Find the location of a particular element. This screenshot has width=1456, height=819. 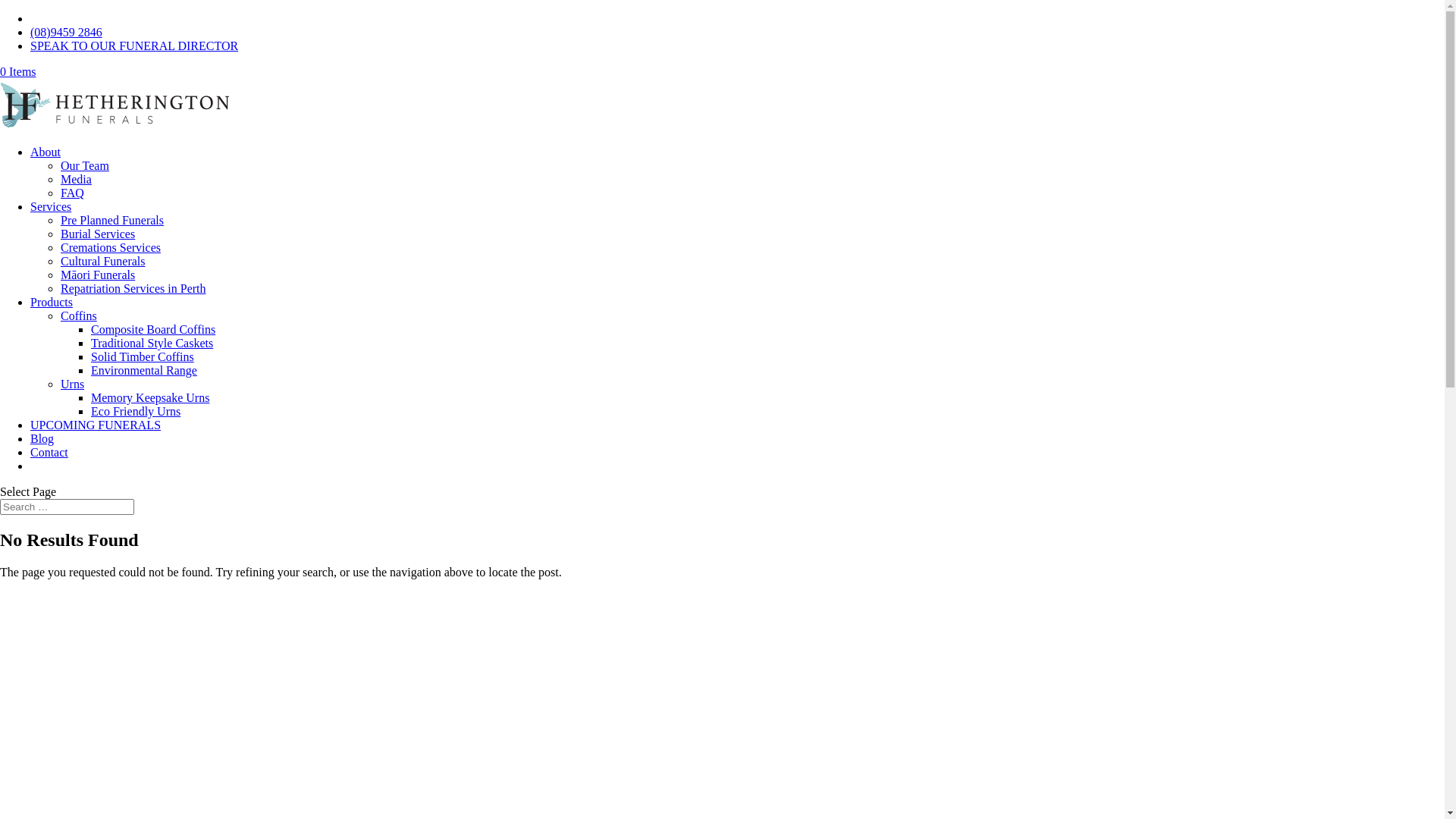

'Traditional Style Caskets' is located at coordinates (152, 343).